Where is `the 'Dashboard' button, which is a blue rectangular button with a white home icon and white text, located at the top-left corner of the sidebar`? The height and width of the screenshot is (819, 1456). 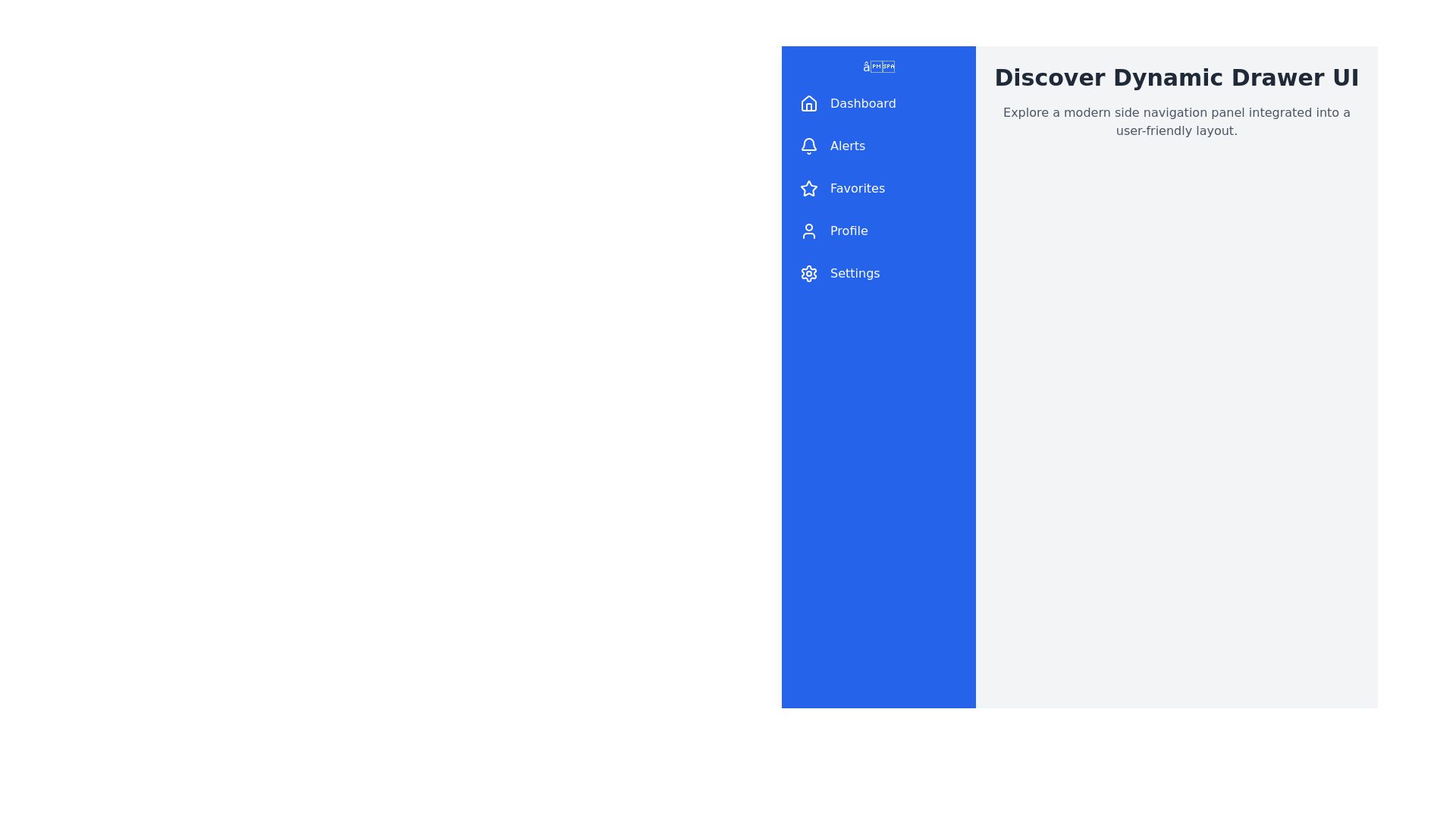 the 'Dashboard' button, which is a blue rectangular button with a white home icon and white text, located at the top-left corner of the sidebar is located at coordinates (878, 103).